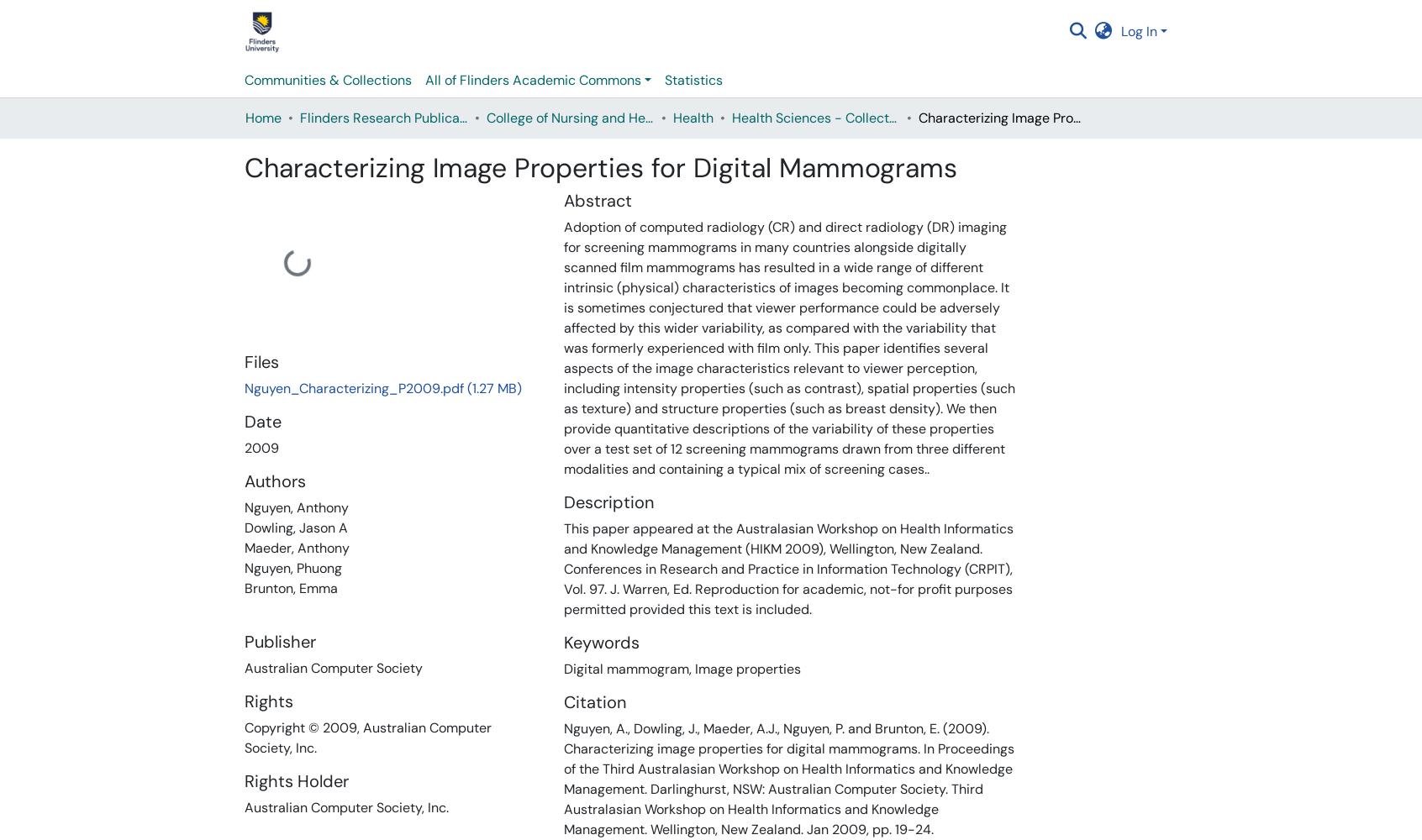 This screenshot has height=840, width=1422. What do you see at coordinates (261, 448) in the screenshot?
I see `'2009'` at bounding box center [261, 448].